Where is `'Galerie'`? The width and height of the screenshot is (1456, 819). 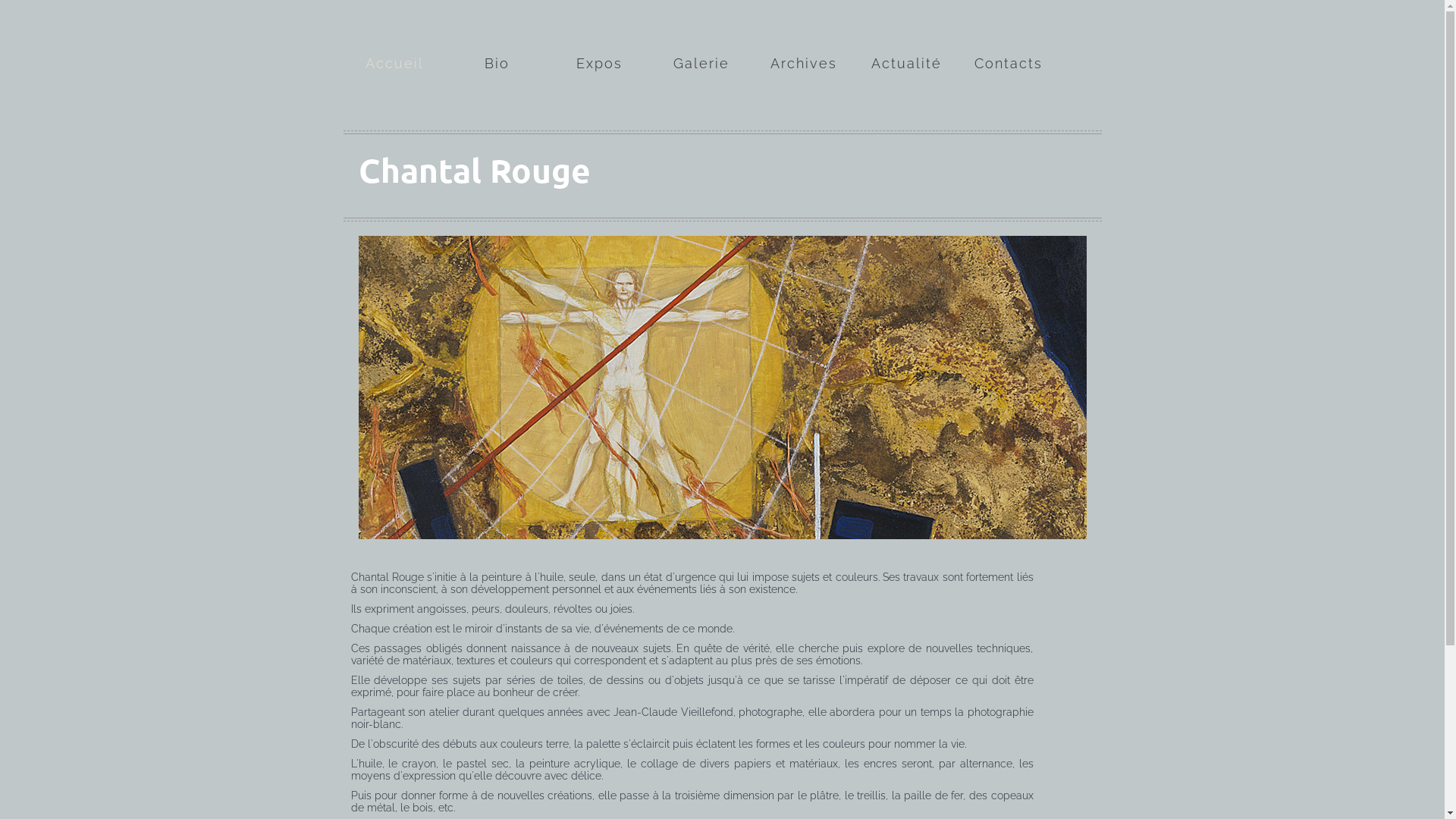 'Galerie' is located at coordinates (701, 41).